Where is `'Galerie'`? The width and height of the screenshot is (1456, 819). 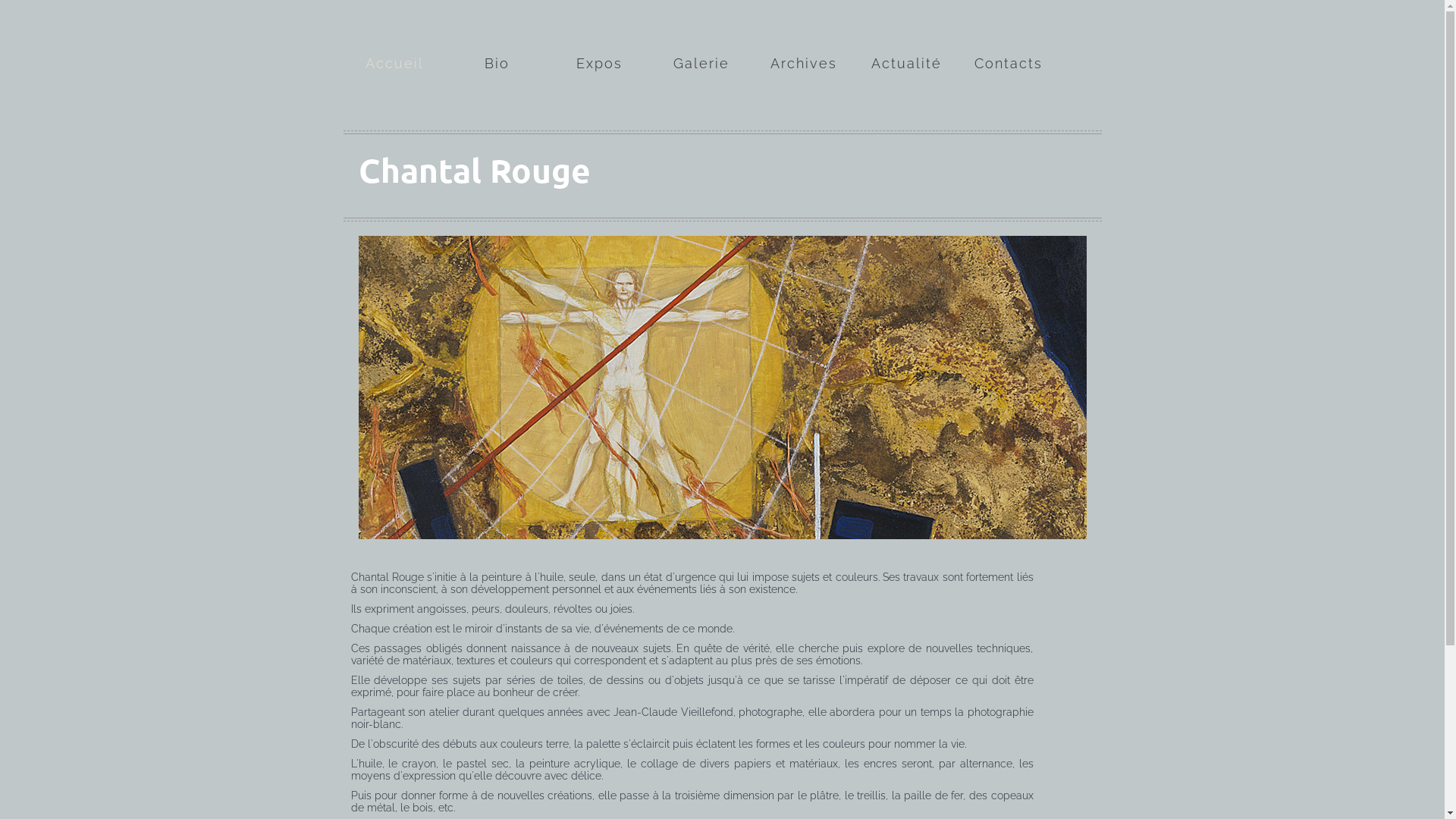 'Galerie' is located at coordinates (701, 41).